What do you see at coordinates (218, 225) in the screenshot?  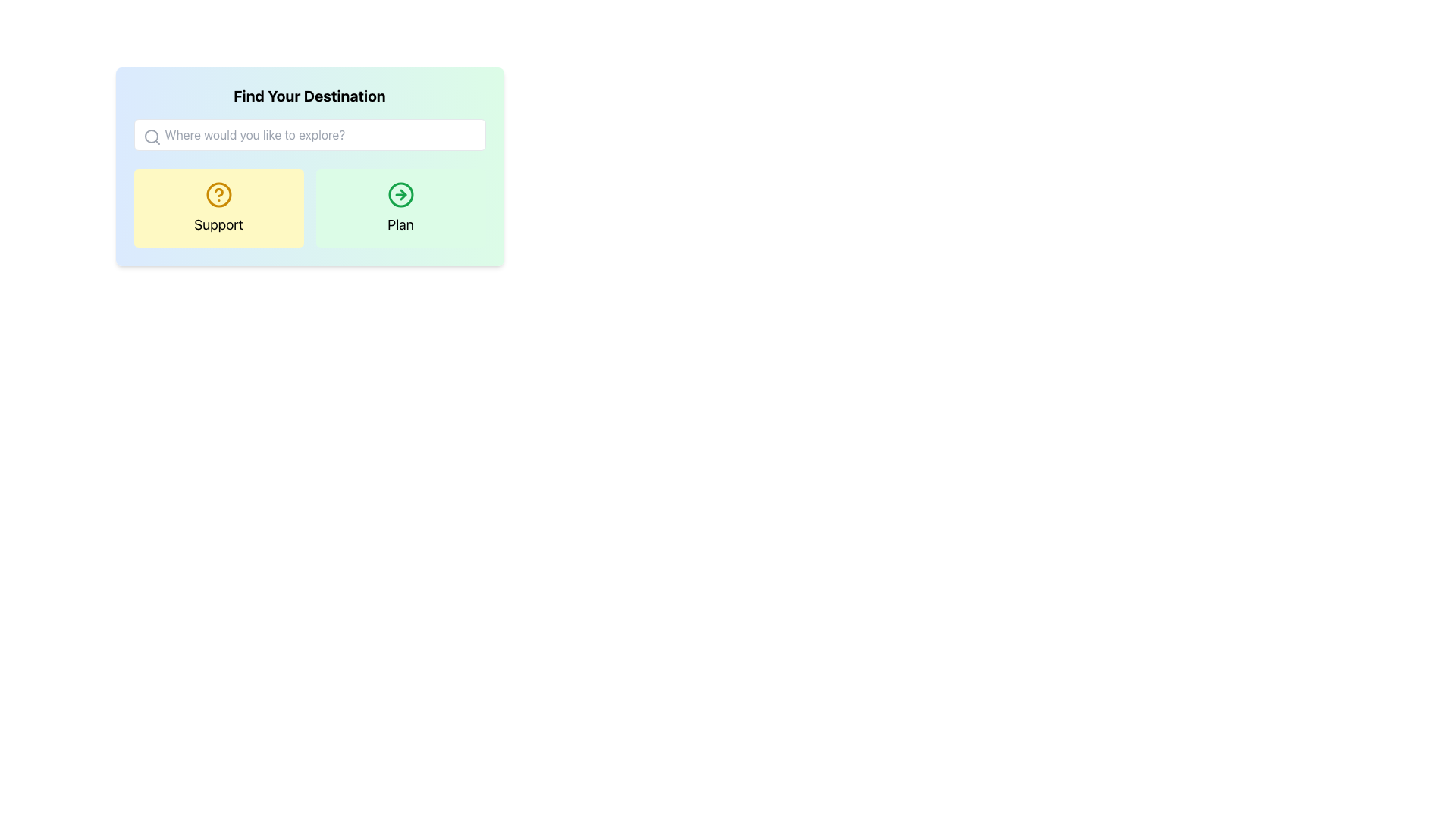 I see `the text label representing a category for a section, located near the bottom-center of a yellow rectangular region, aligned horizontally with another option labeled 'Plan'` at bounding box center [218, 225].